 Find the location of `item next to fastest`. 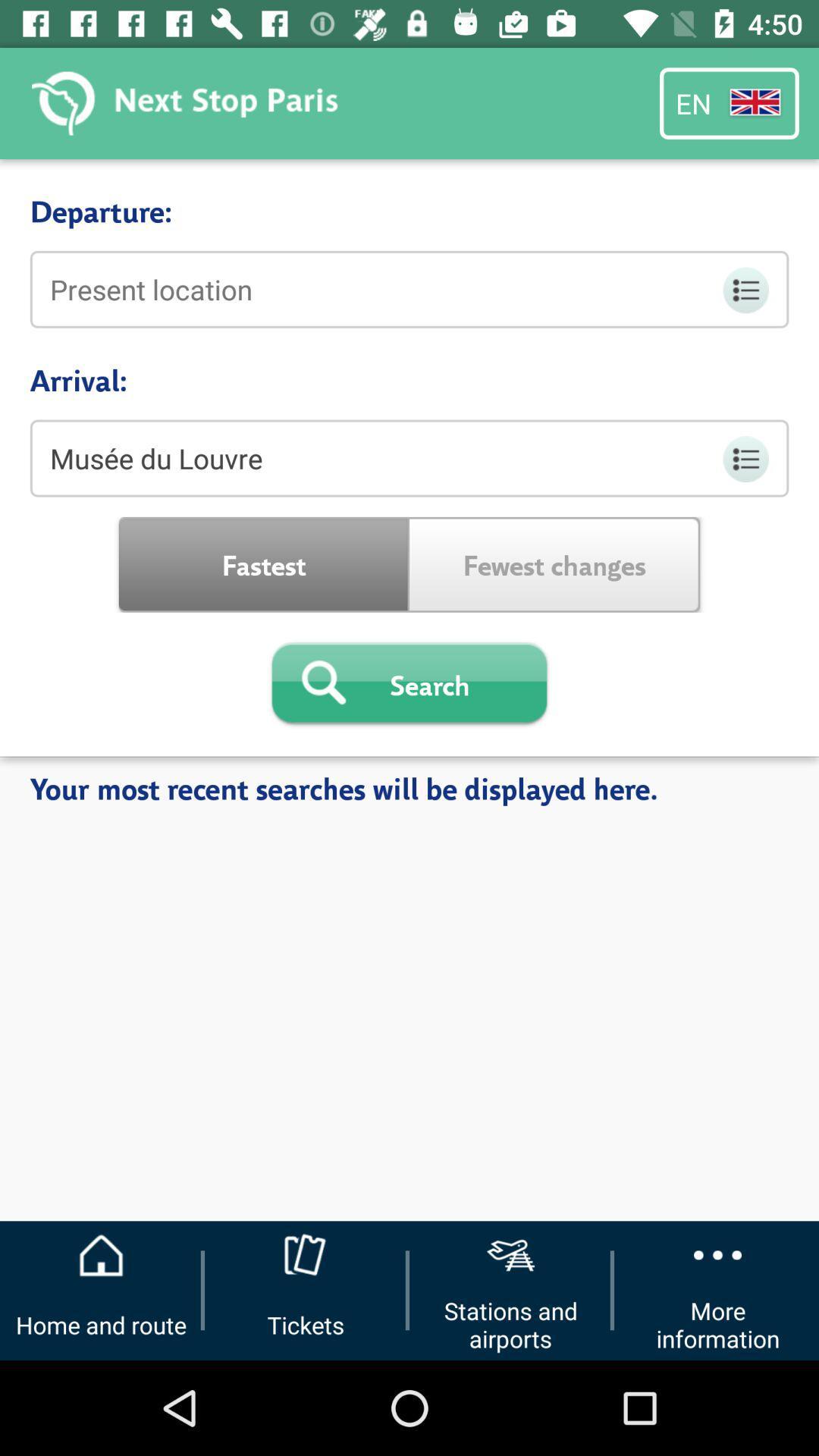

item next to fastest is located at coordinates (554, 563).